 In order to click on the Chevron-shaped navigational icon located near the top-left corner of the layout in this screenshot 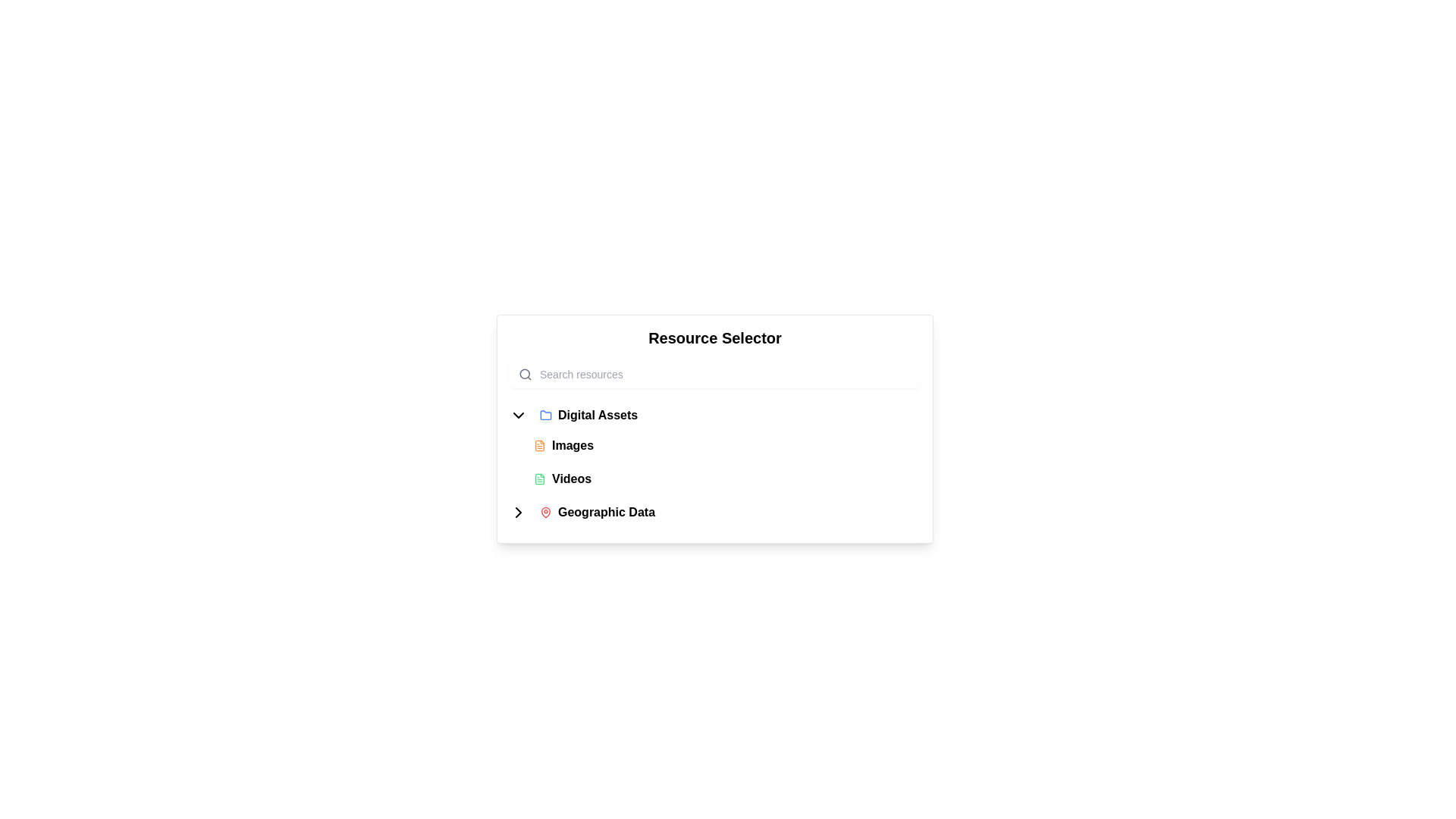, I will do `click(519, 512)`.